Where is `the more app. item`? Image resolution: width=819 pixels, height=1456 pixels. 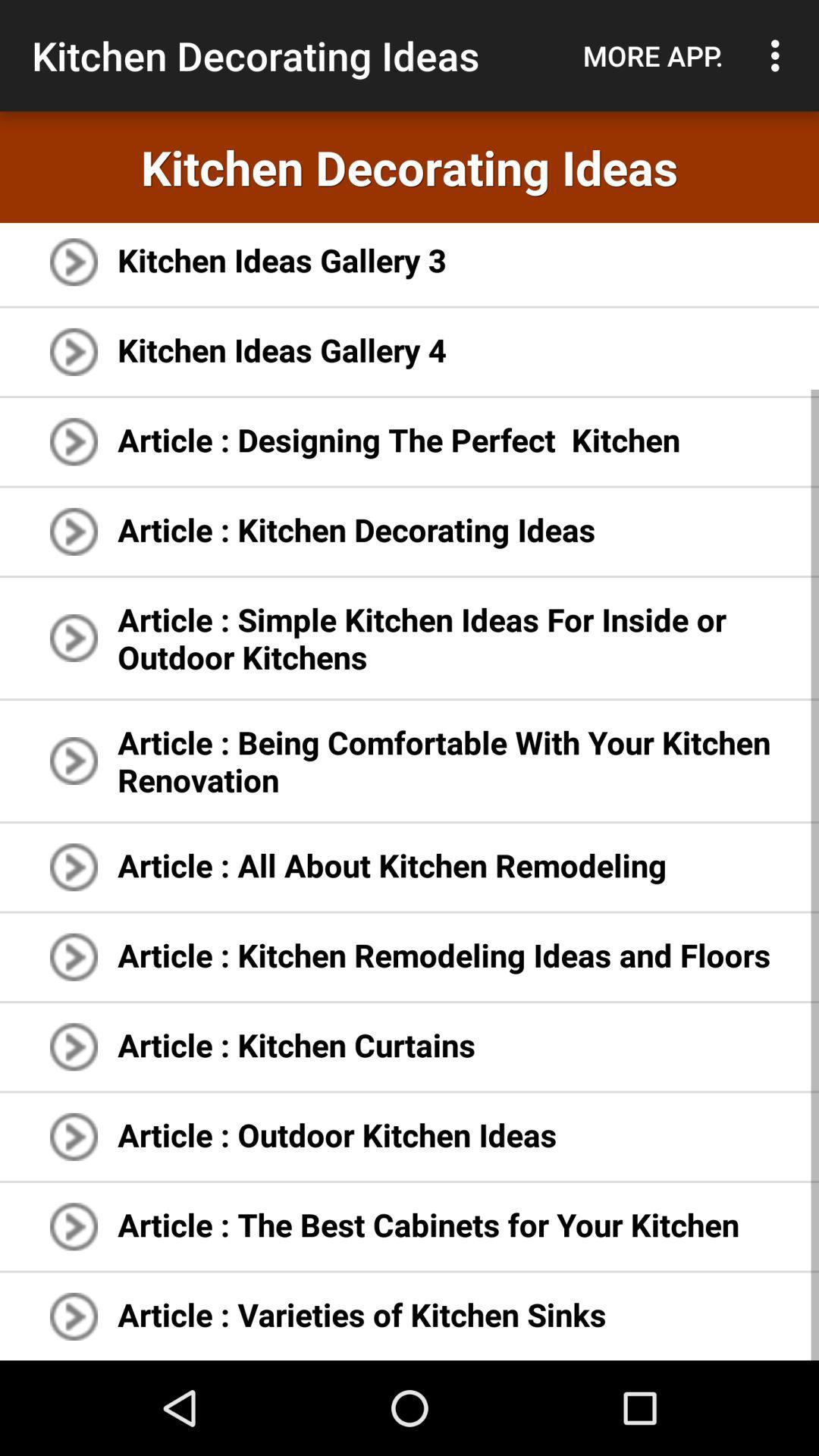
the more app. item is located at coordinates (652, 55).